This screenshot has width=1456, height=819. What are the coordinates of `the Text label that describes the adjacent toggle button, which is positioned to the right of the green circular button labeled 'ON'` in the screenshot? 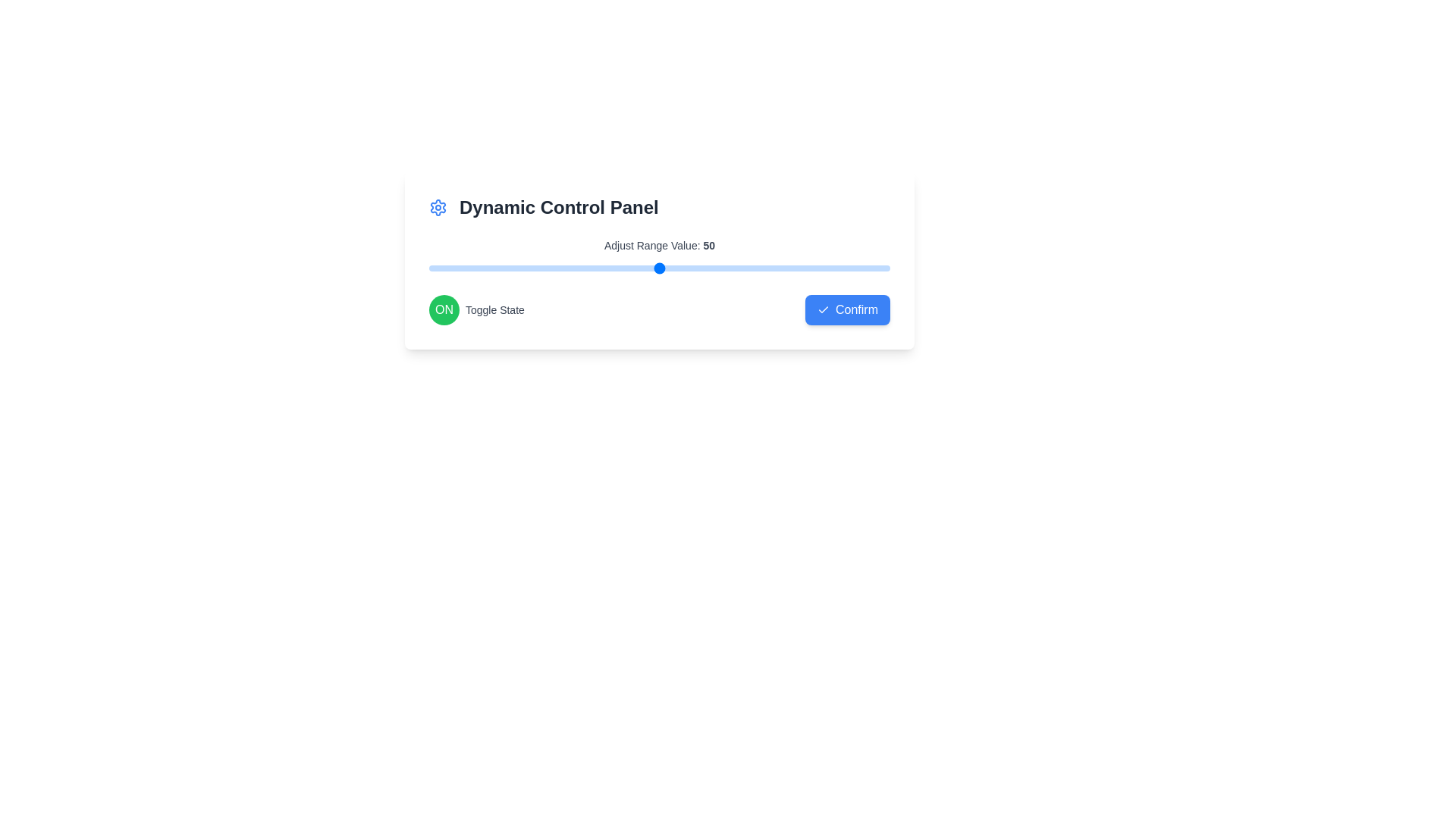 It's located at (494, 309).